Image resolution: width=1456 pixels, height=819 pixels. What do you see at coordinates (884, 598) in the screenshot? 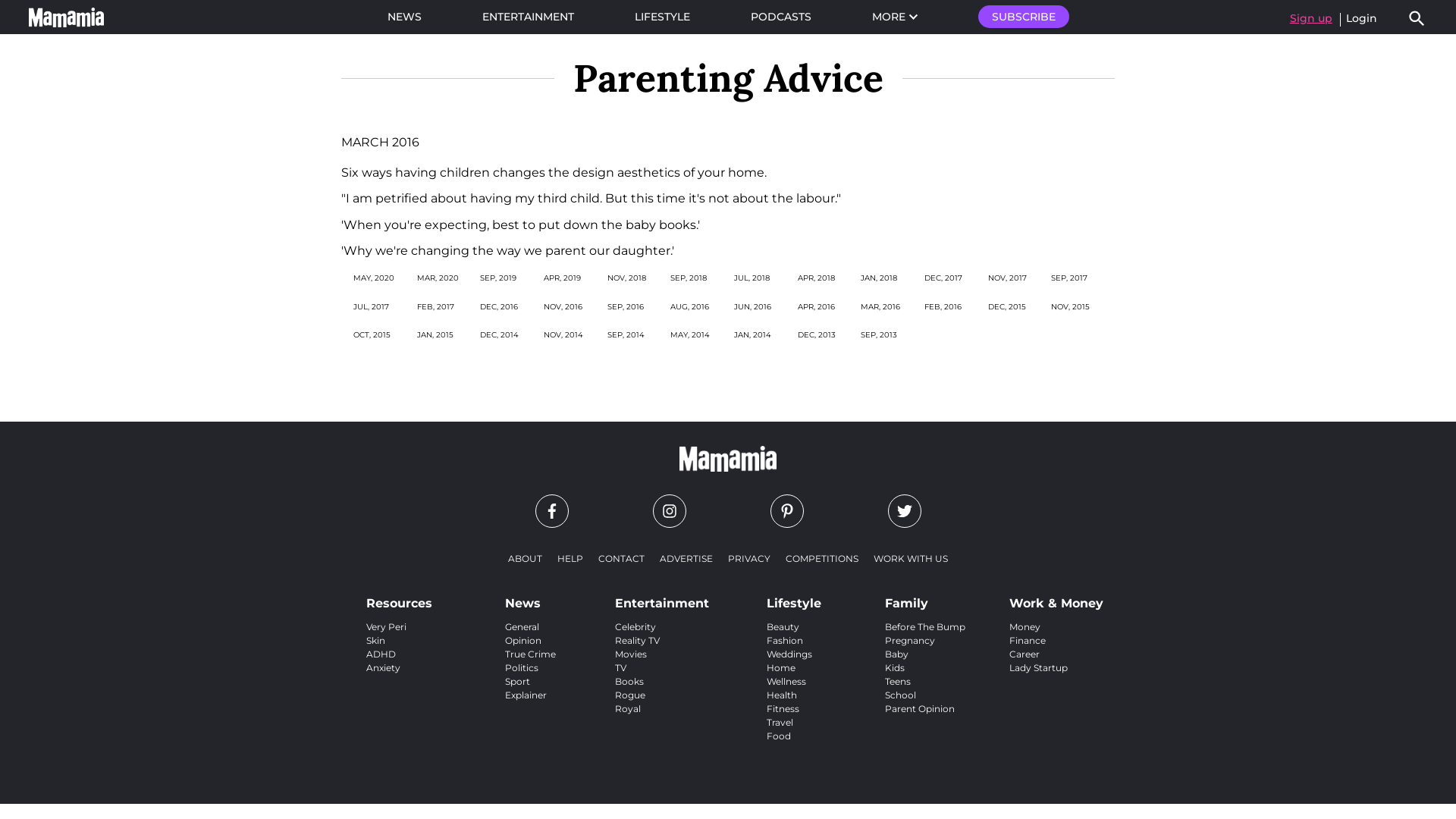
I see `'Family'` at bounding box center [884, 598].